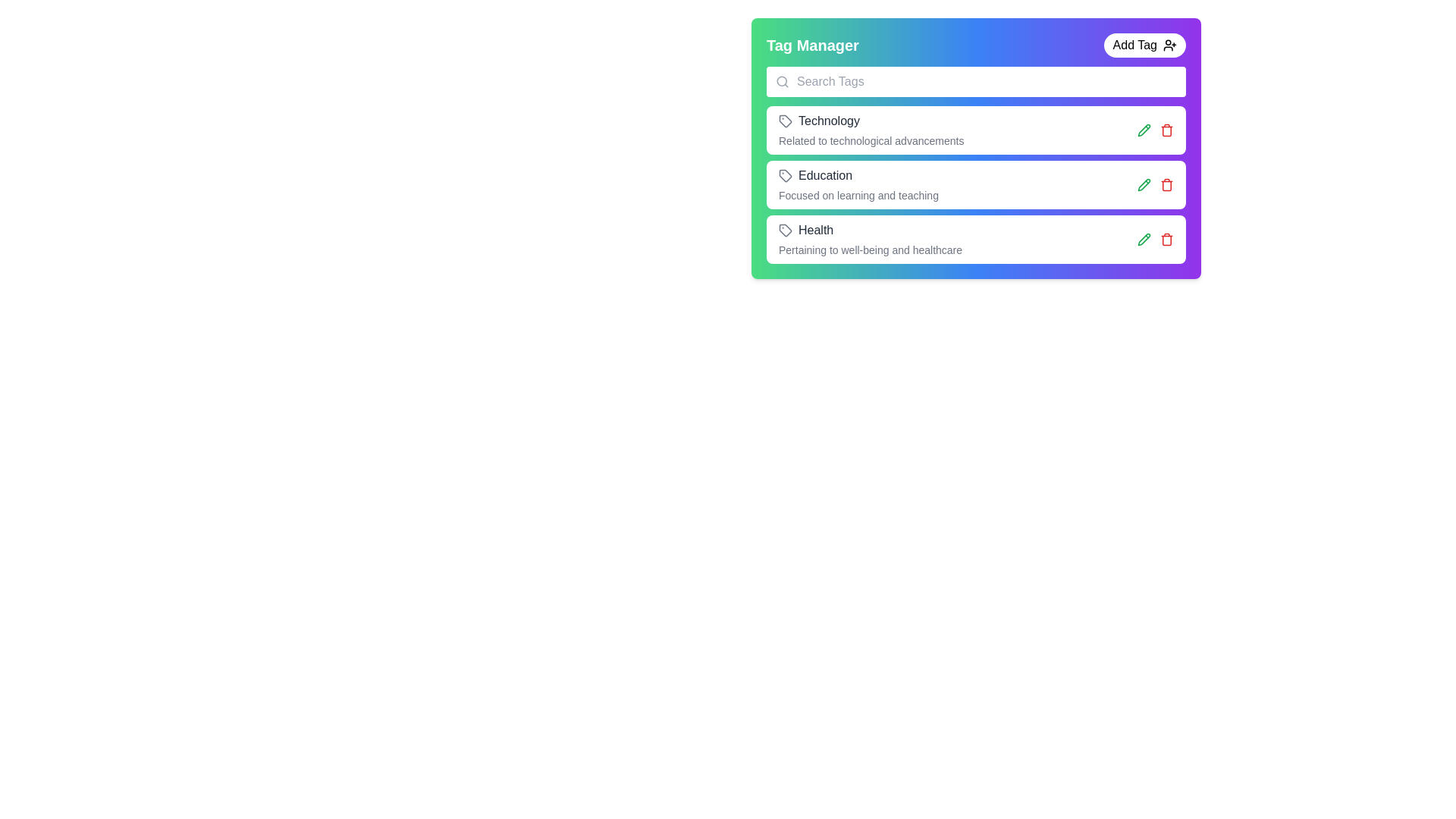 This screenshot has width=1456, height=819. What do you see at coordinates (786, 231) in the screenshot?
I see `the tag icon representing the 'Health' category in the tag management panel, which is a polygonal shape with a gray outline located next to the text 'Health.'` at bounding box center [786, 231].